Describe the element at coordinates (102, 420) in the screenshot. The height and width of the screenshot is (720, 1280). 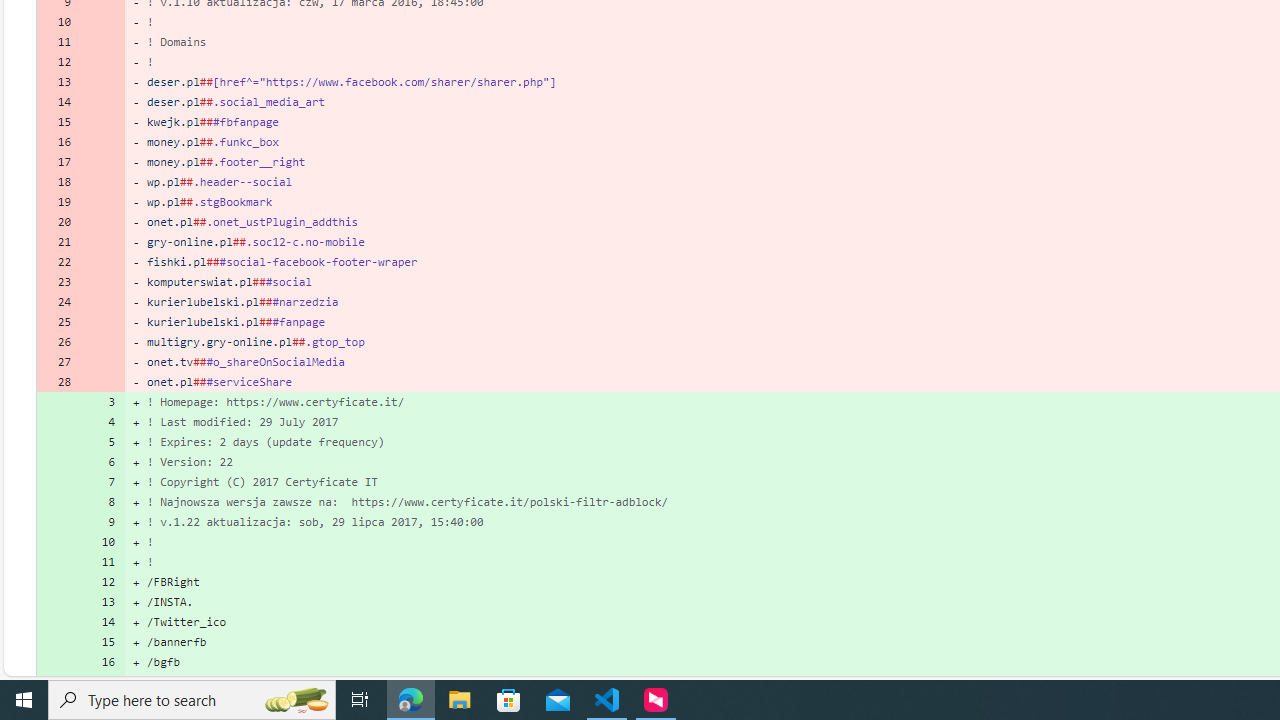
I see `'4'` at that location.